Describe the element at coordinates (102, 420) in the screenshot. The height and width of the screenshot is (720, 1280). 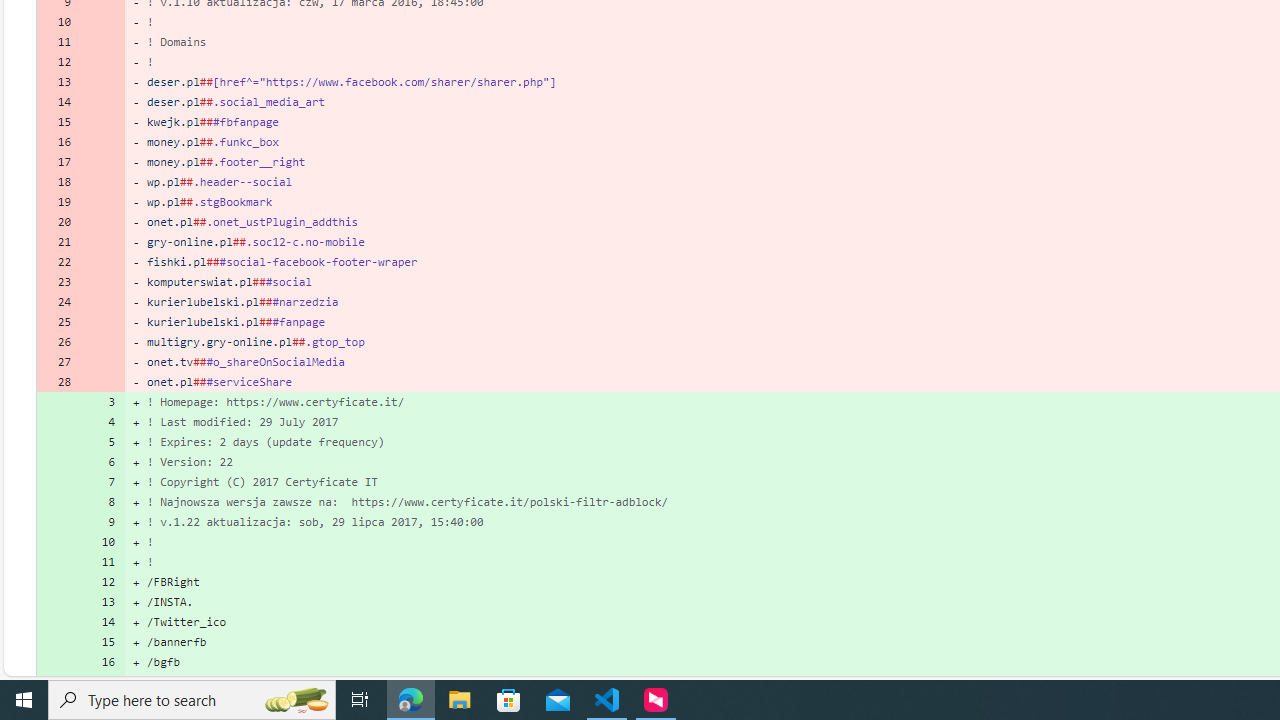
I see `'4'` at that location.